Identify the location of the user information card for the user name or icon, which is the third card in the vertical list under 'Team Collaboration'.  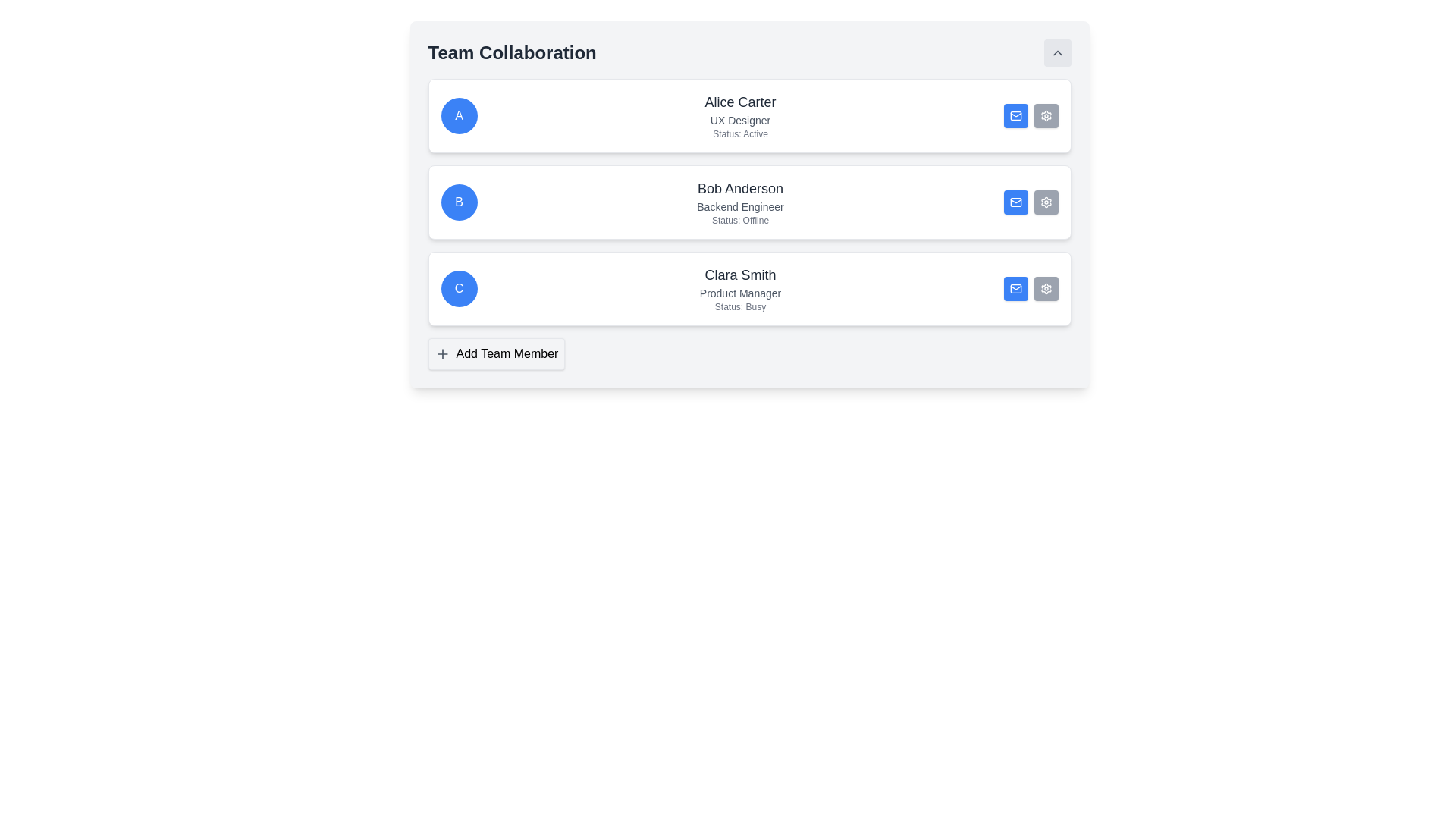
(749, 289).